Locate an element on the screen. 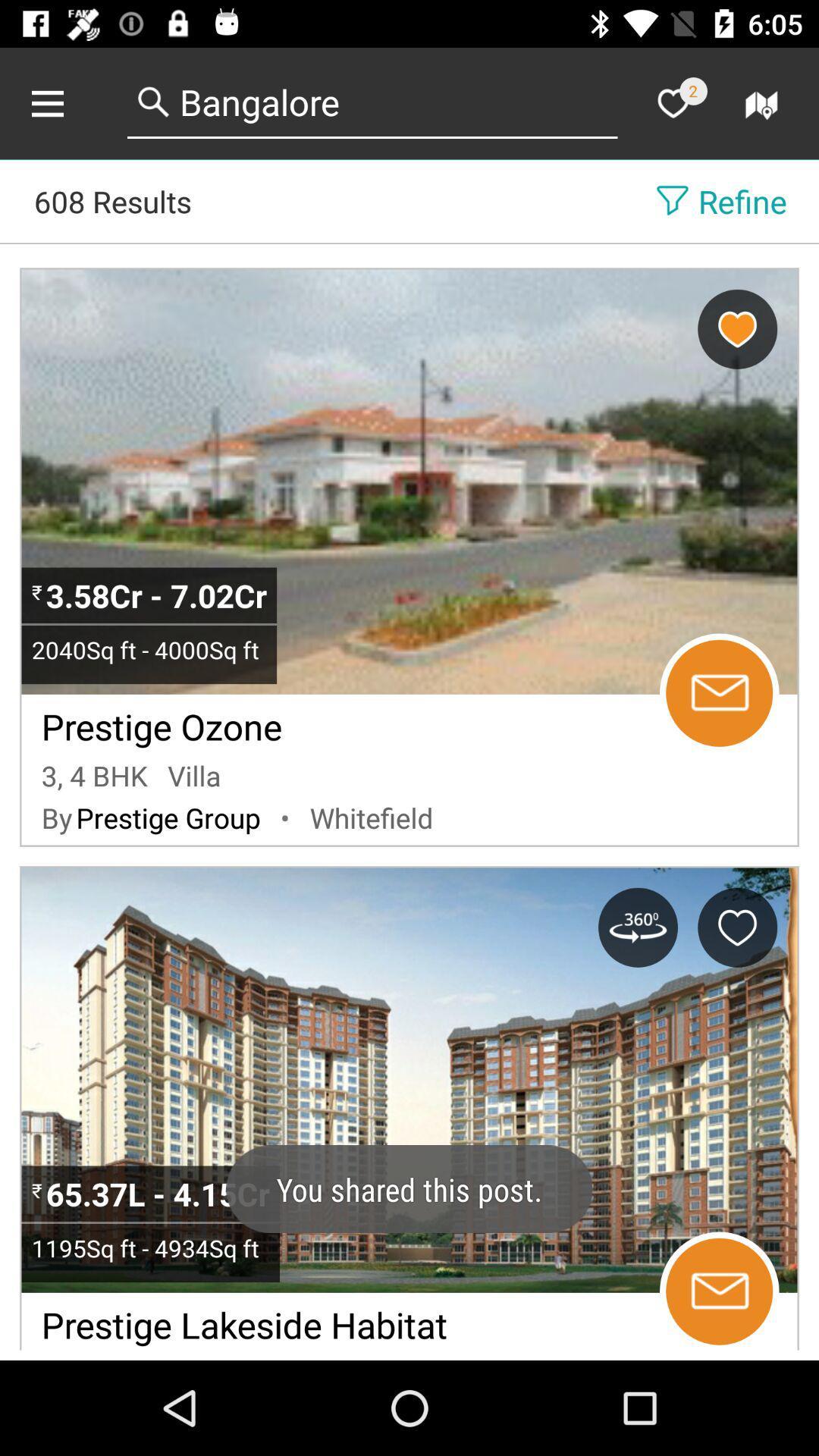 This screenshot has height=1456, width=819. message seller is located at coordinates (718, 1291).